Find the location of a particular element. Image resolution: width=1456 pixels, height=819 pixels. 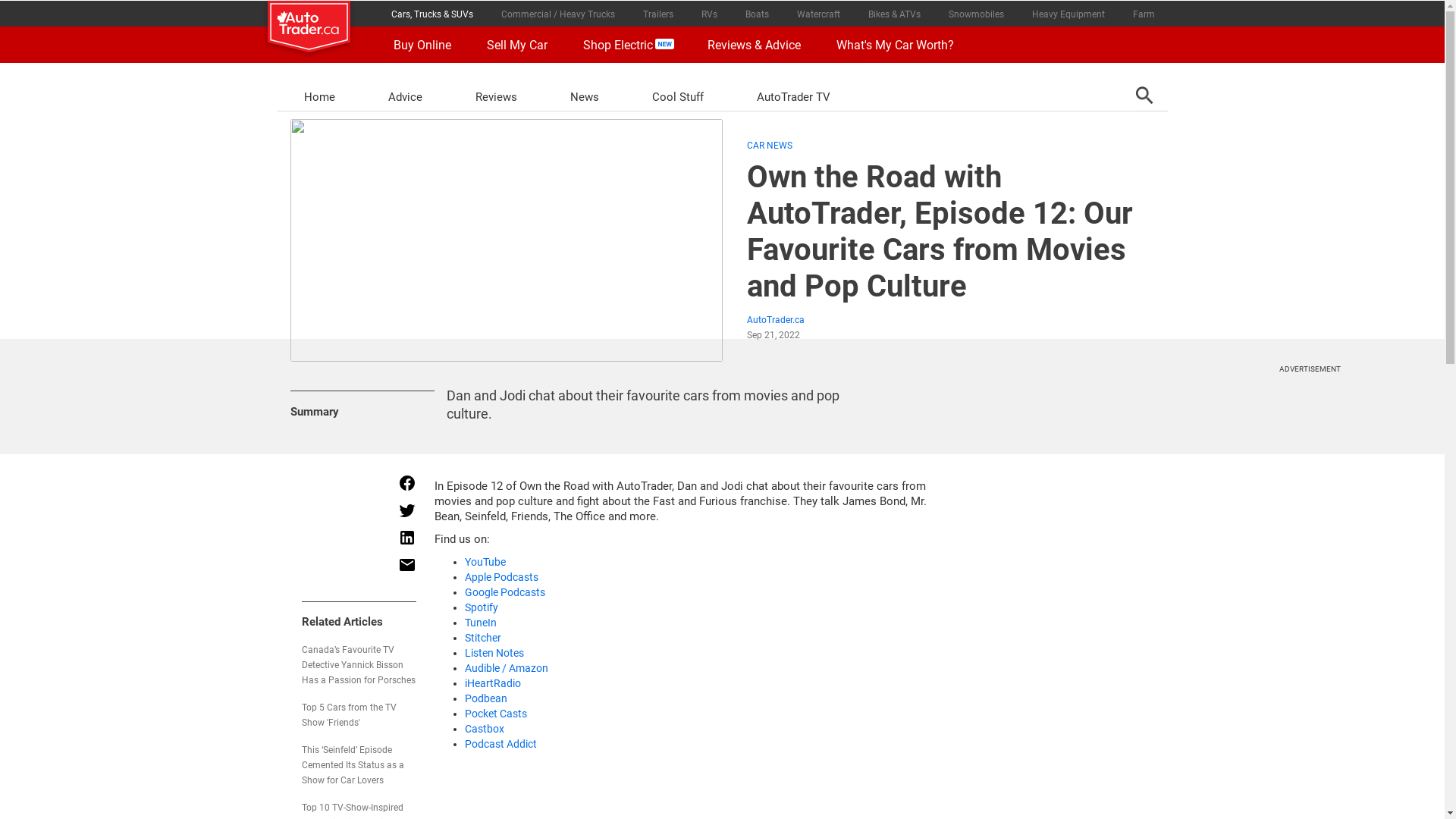

'Farm' is located at coordinates (1144, 14).